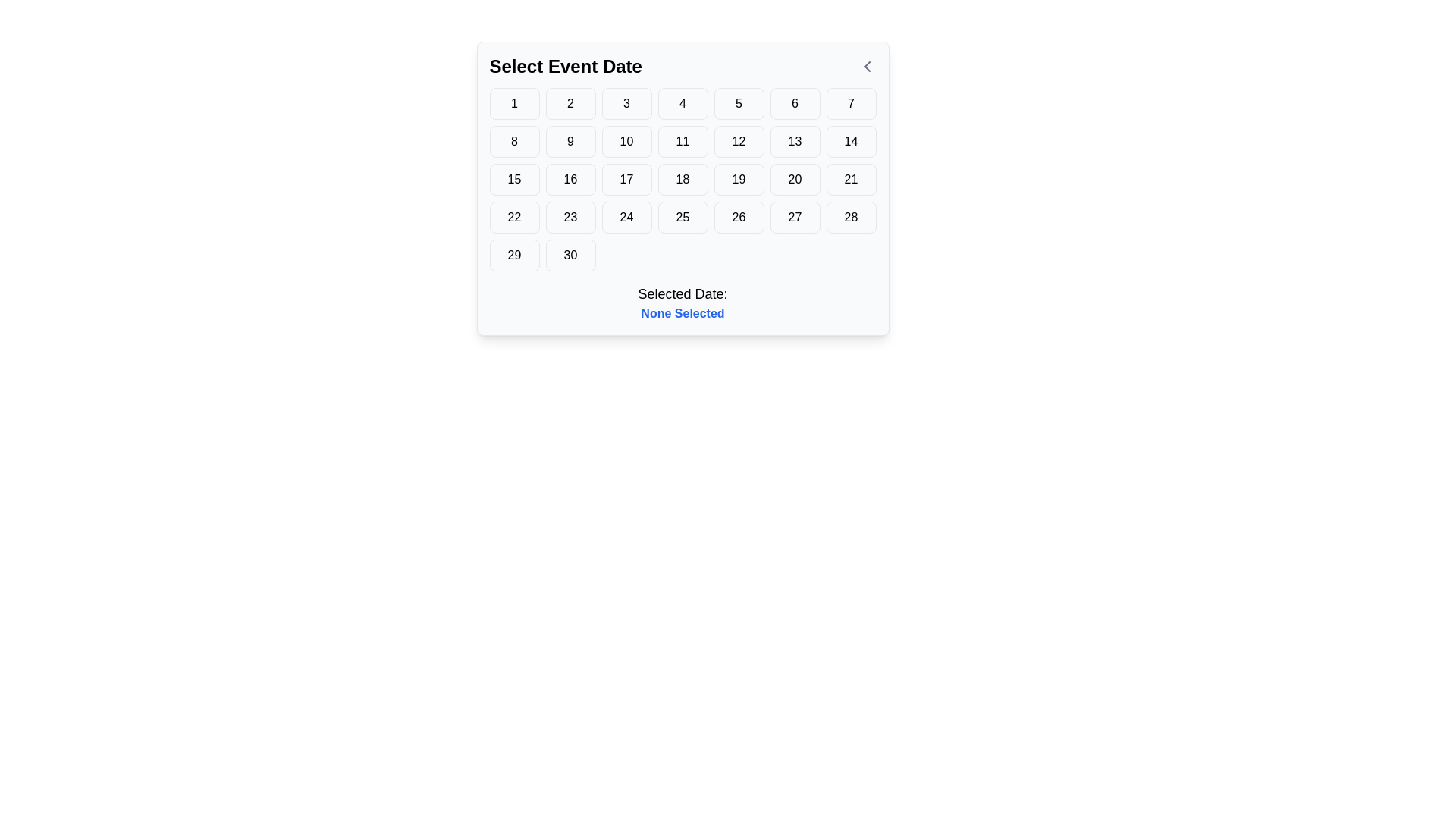  What do you see at coordinates (626, 103) in the screenshot?
I see `the button for selecting the date '3' in the calendar within the 'Select Event Date' modal` at bounding box center [626, 103].